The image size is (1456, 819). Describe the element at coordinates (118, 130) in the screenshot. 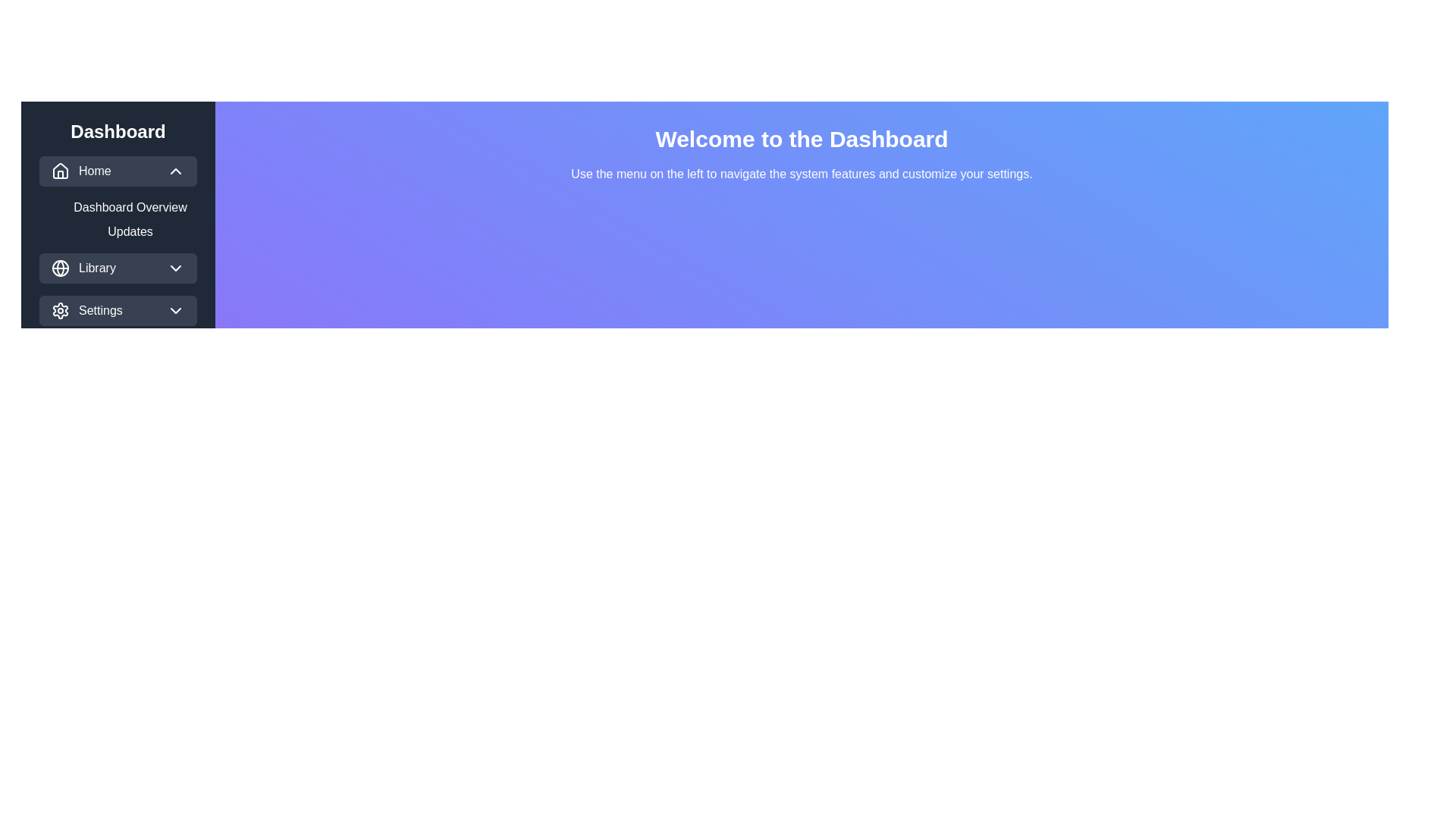

I see `the heading element labeled 'Dashboard' in the sidebar, which is styled with a large and bold font and serves as a section label` at that location.